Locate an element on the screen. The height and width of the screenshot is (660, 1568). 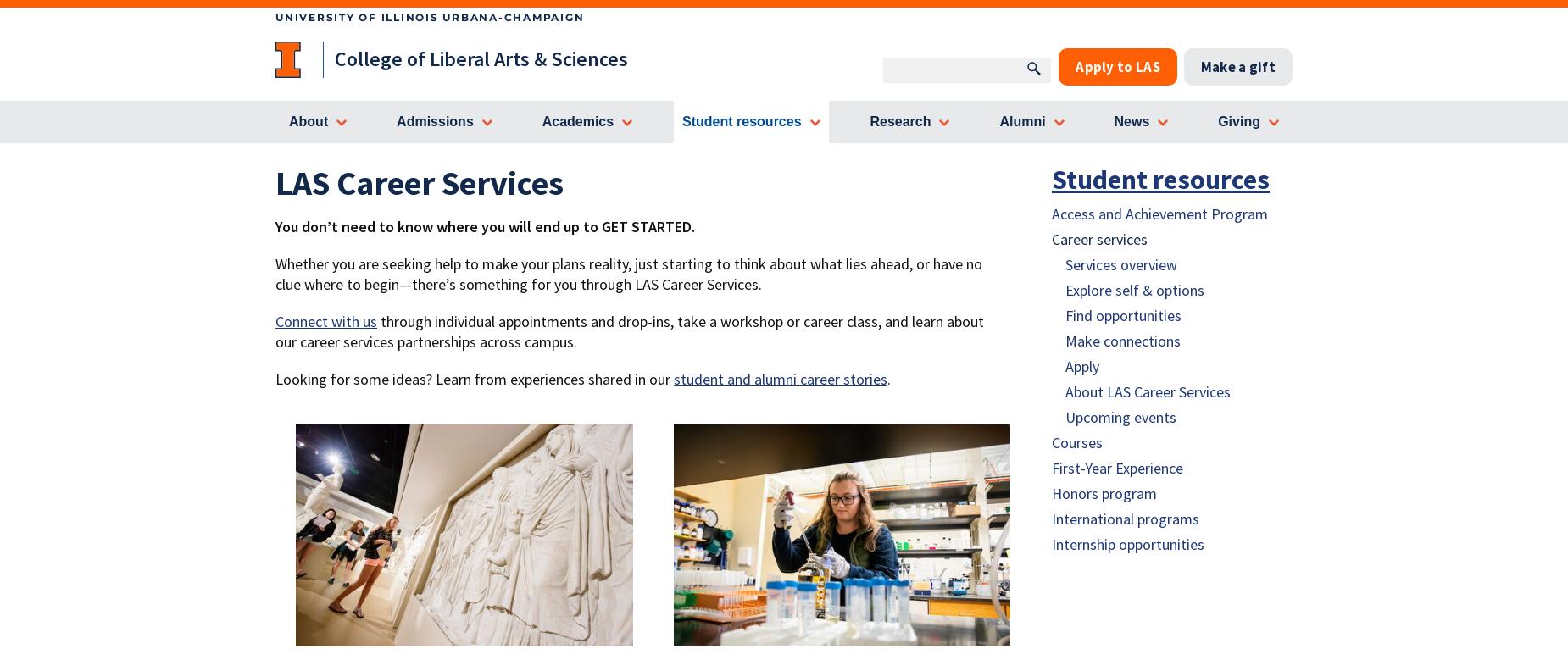
'student and alumni career stories' is located at coordinates (780, 377).